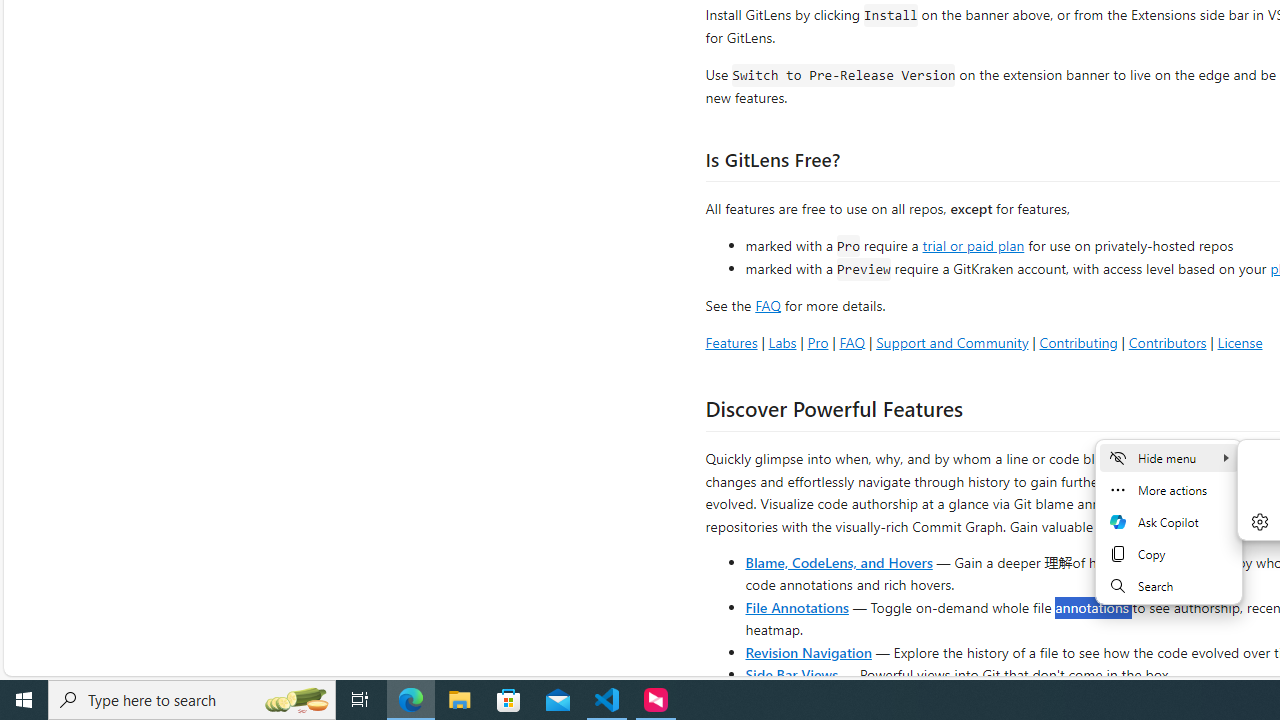 Image resolution: width=1280 pixels, height=720 pixels. I want to click on 'File Annotations', so click(795, 605).